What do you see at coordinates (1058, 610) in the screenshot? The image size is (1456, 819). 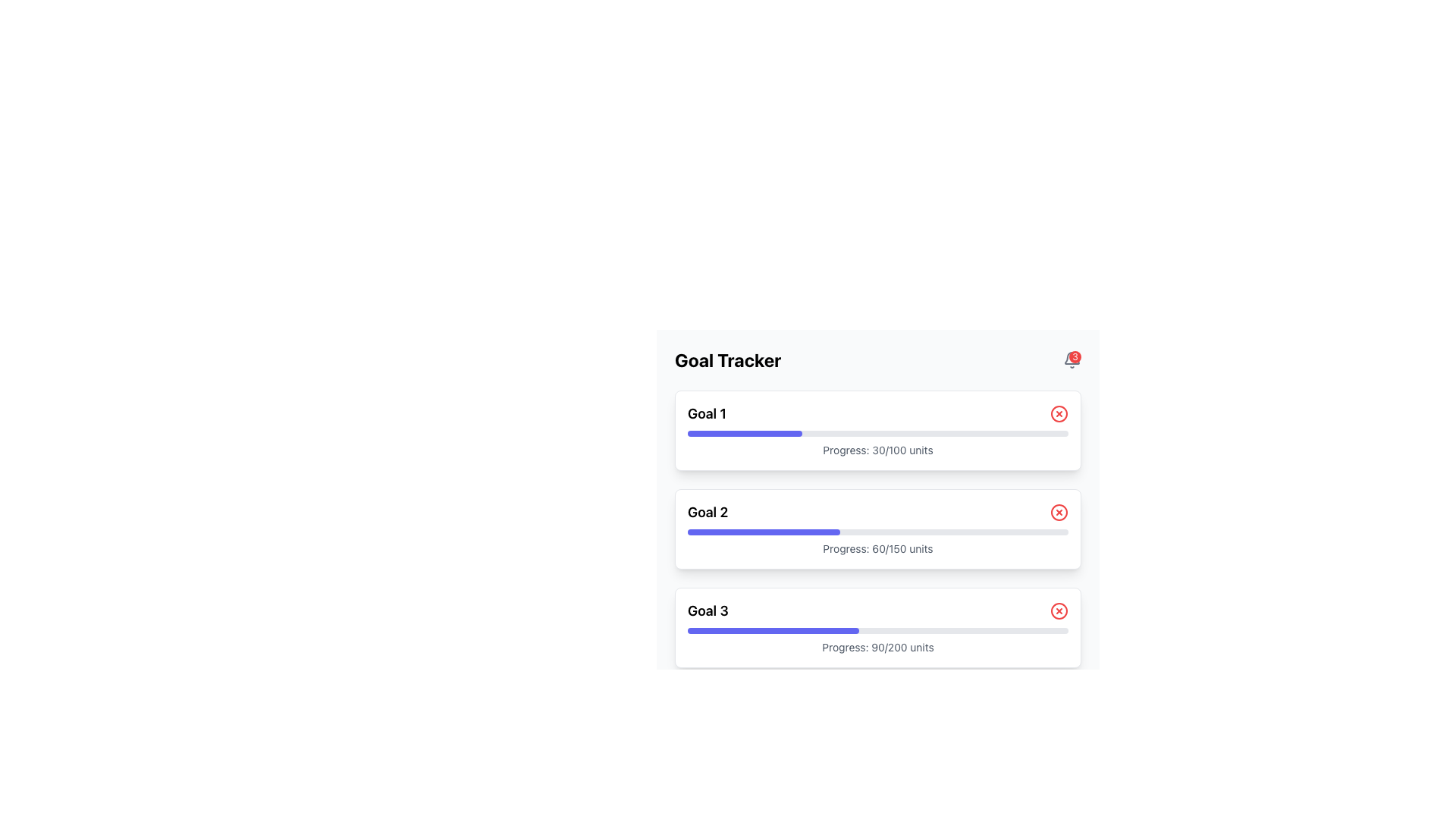 I see `the circular red-bordered icon with an 'X' symbol in the Goal 3 section` at bounding box center [1058, 610].